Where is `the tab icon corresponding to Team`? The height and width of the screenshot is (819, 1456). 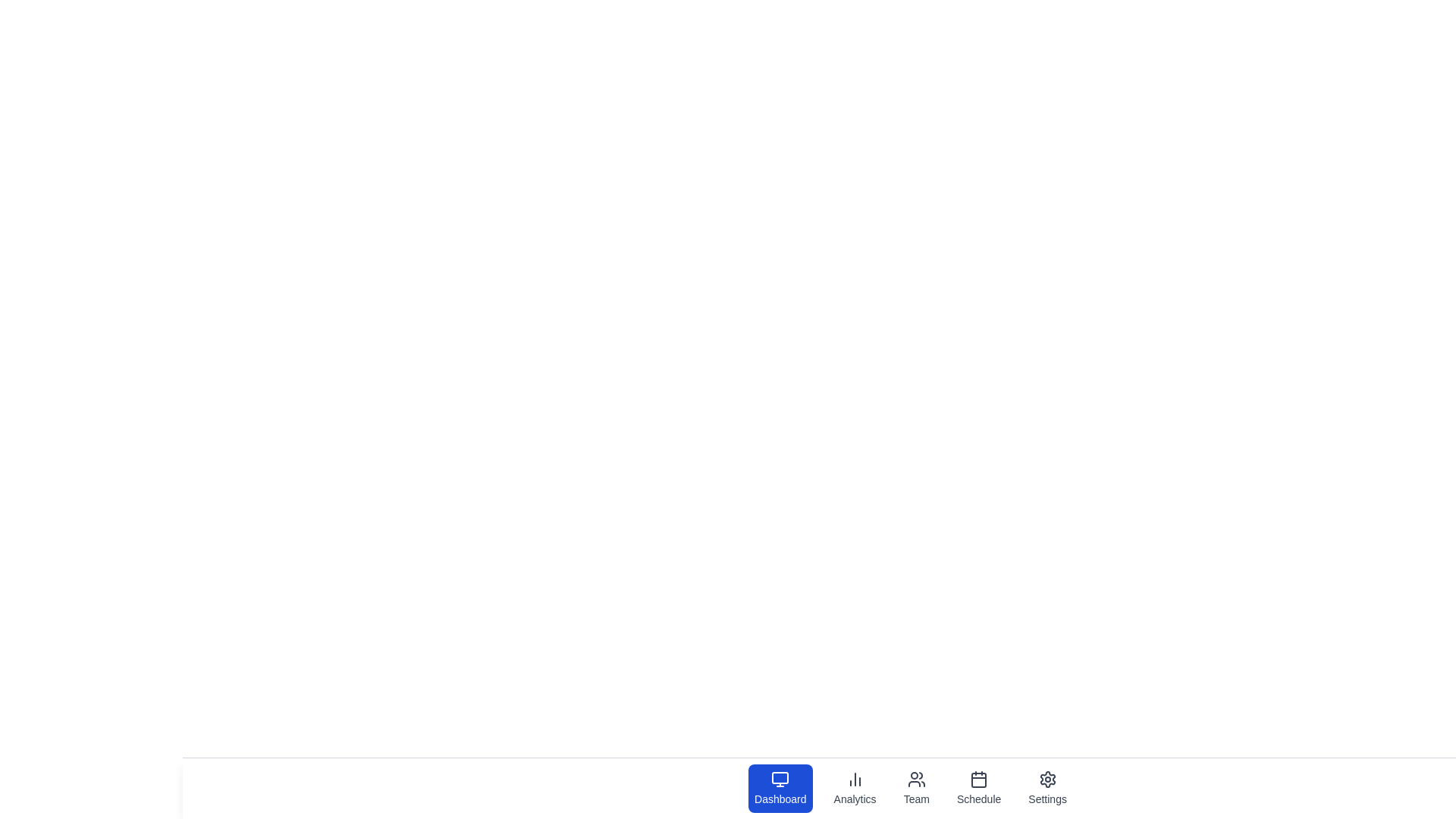 the tab icon corresponding to Team is located at coordinates (915, 788).